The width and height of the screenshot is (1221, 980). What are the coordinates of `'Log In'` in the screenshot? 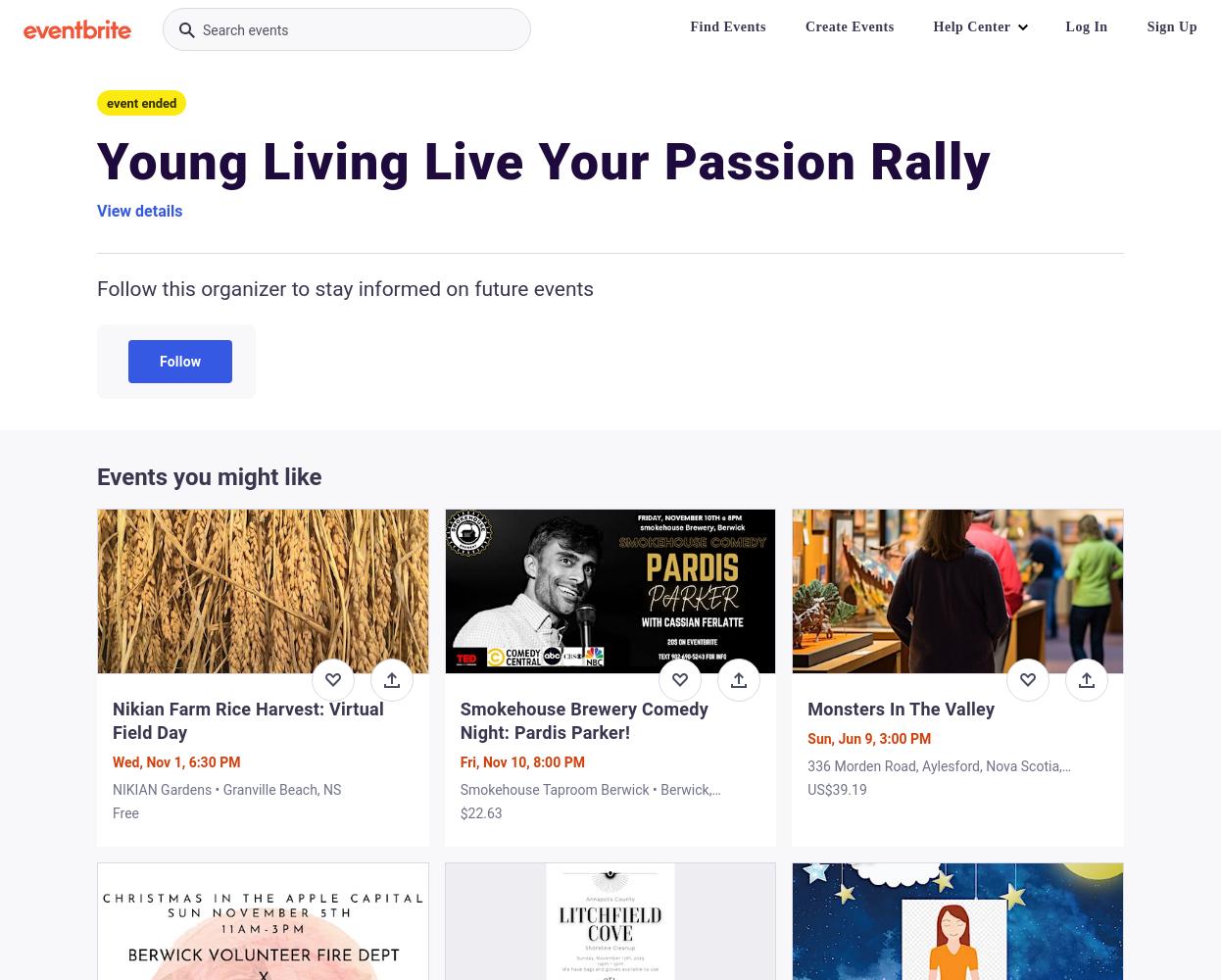 It's located at (1085, 26).